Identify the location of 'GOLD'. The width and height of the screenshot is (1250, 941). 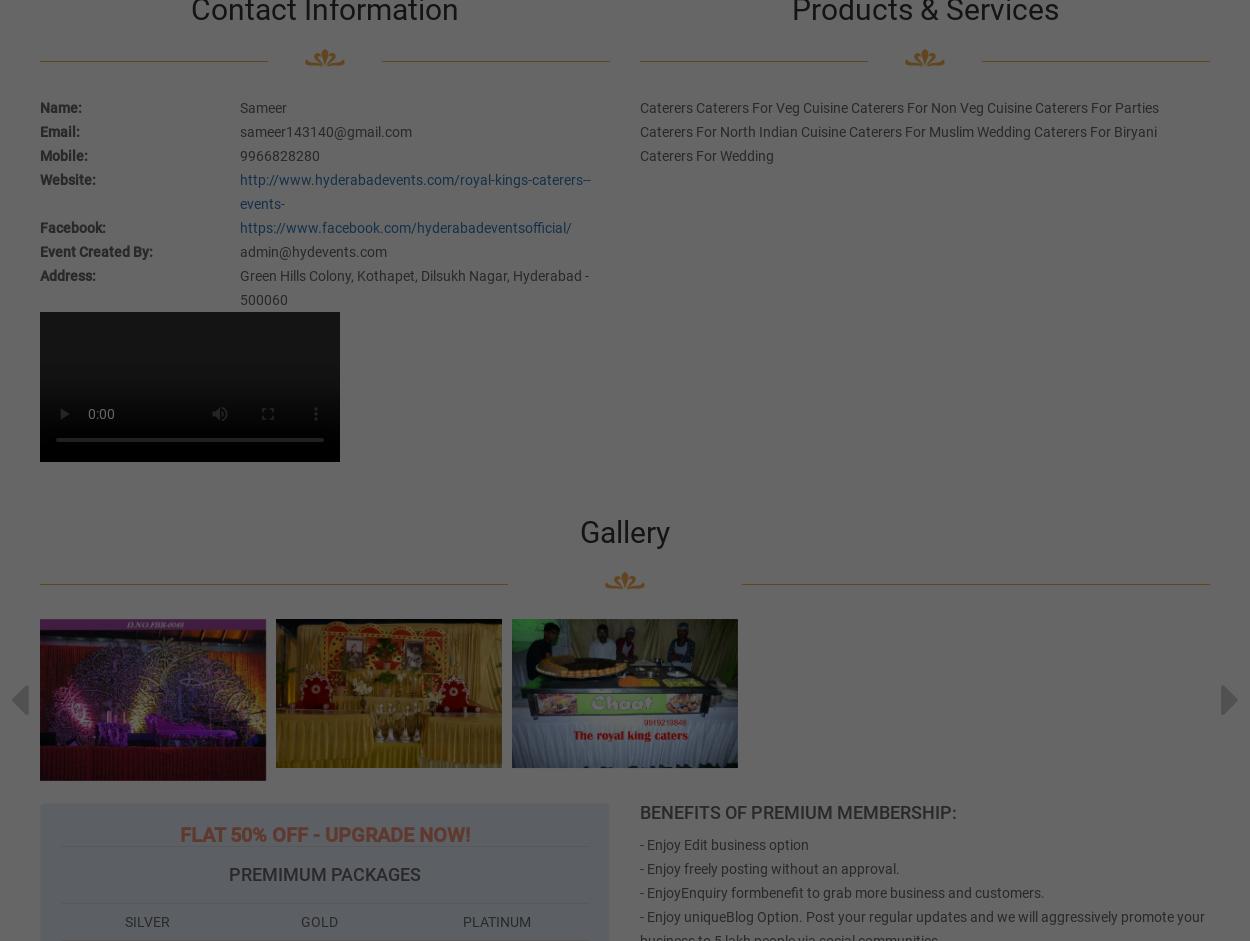
(318, 919).